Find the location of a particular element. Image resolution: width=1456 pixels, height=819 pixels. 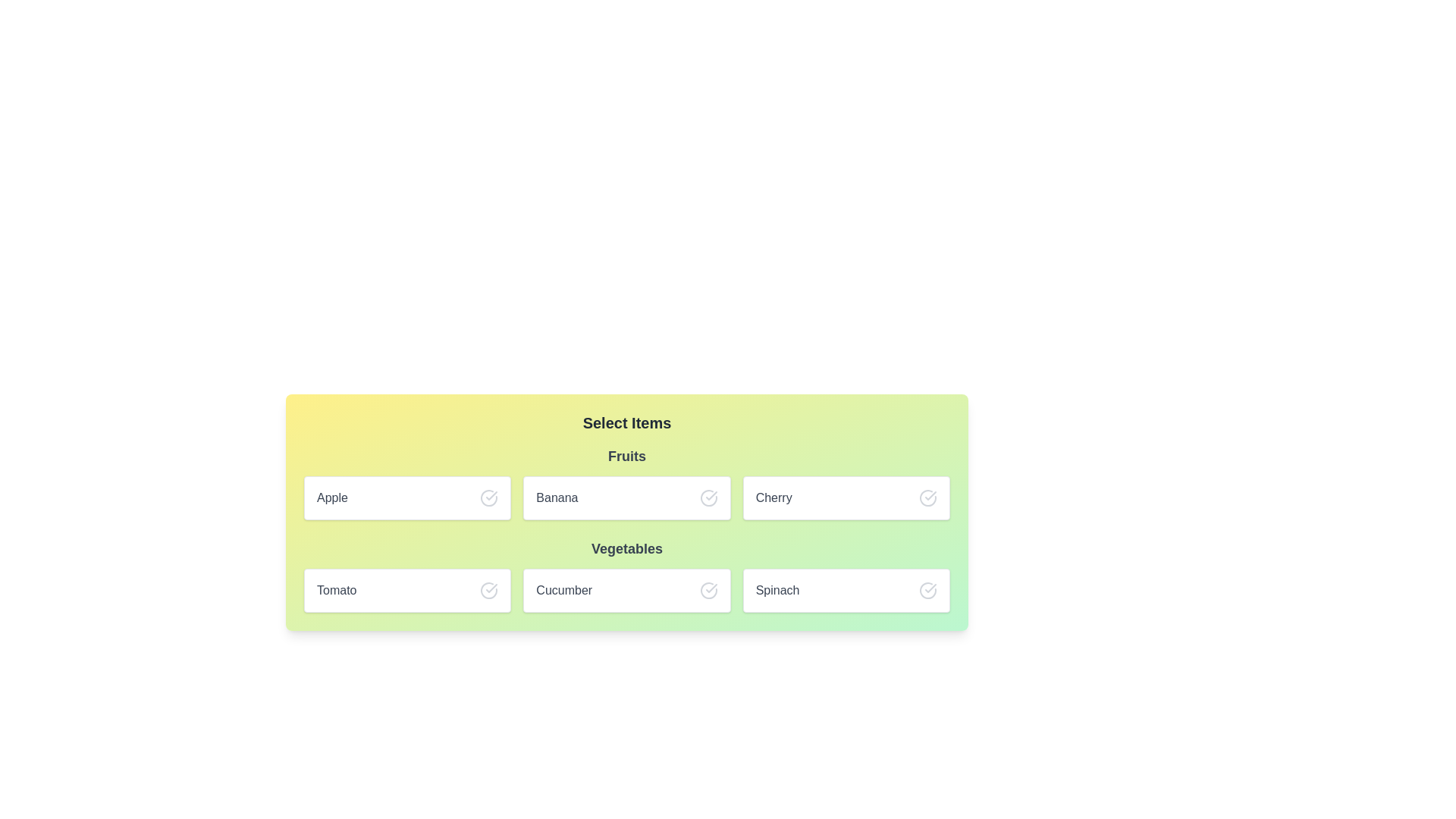

the third selectable list item labeled 'Cherry' is located at coordinates (846, 497).